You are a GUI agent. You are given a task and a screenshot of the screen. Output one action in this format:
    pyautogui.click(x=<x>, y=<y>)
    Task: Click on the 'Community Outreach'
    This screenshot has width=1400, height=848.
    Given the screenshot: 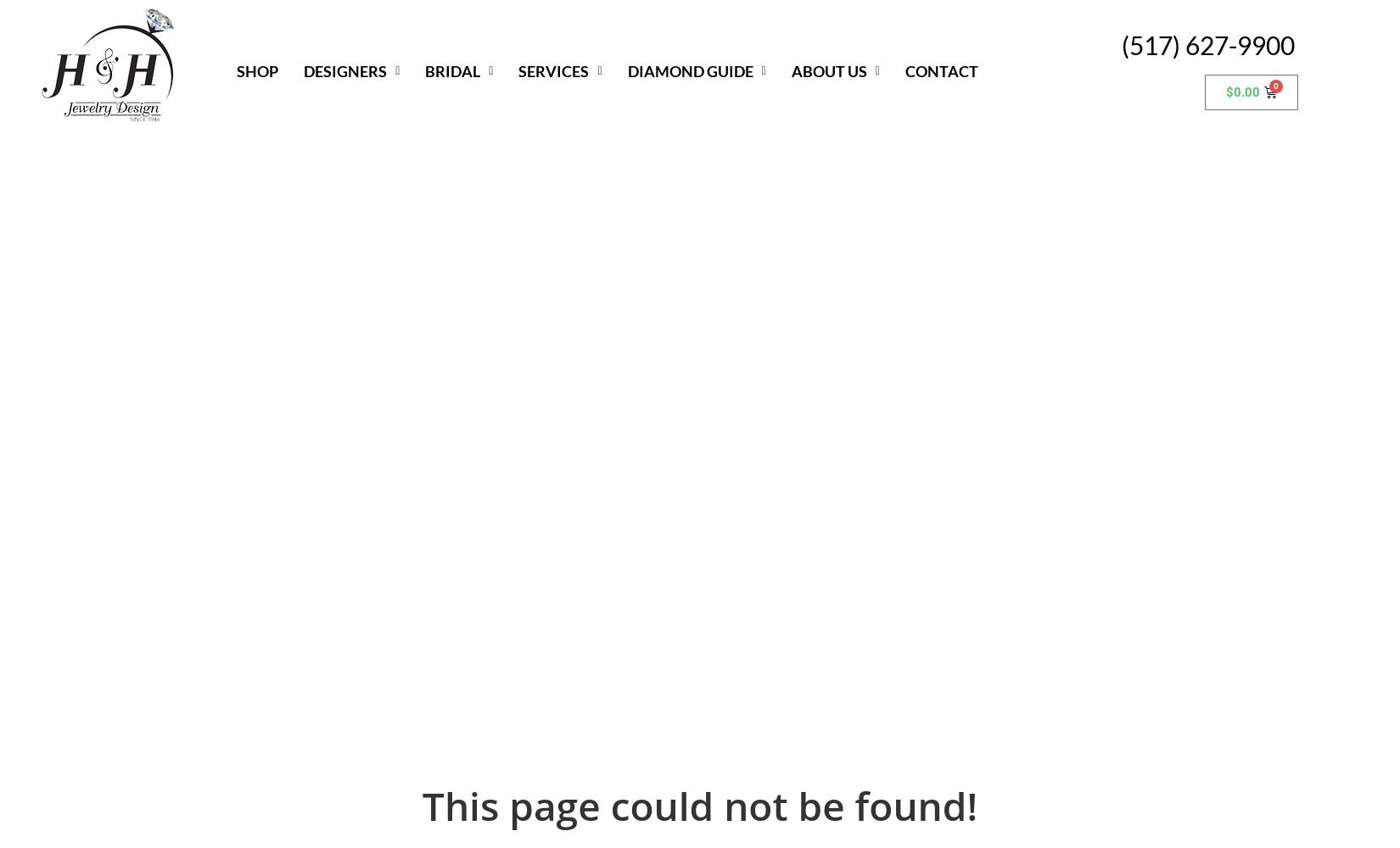 What is the action you would take?
    pyautogui.click(x=808, y=159)
    